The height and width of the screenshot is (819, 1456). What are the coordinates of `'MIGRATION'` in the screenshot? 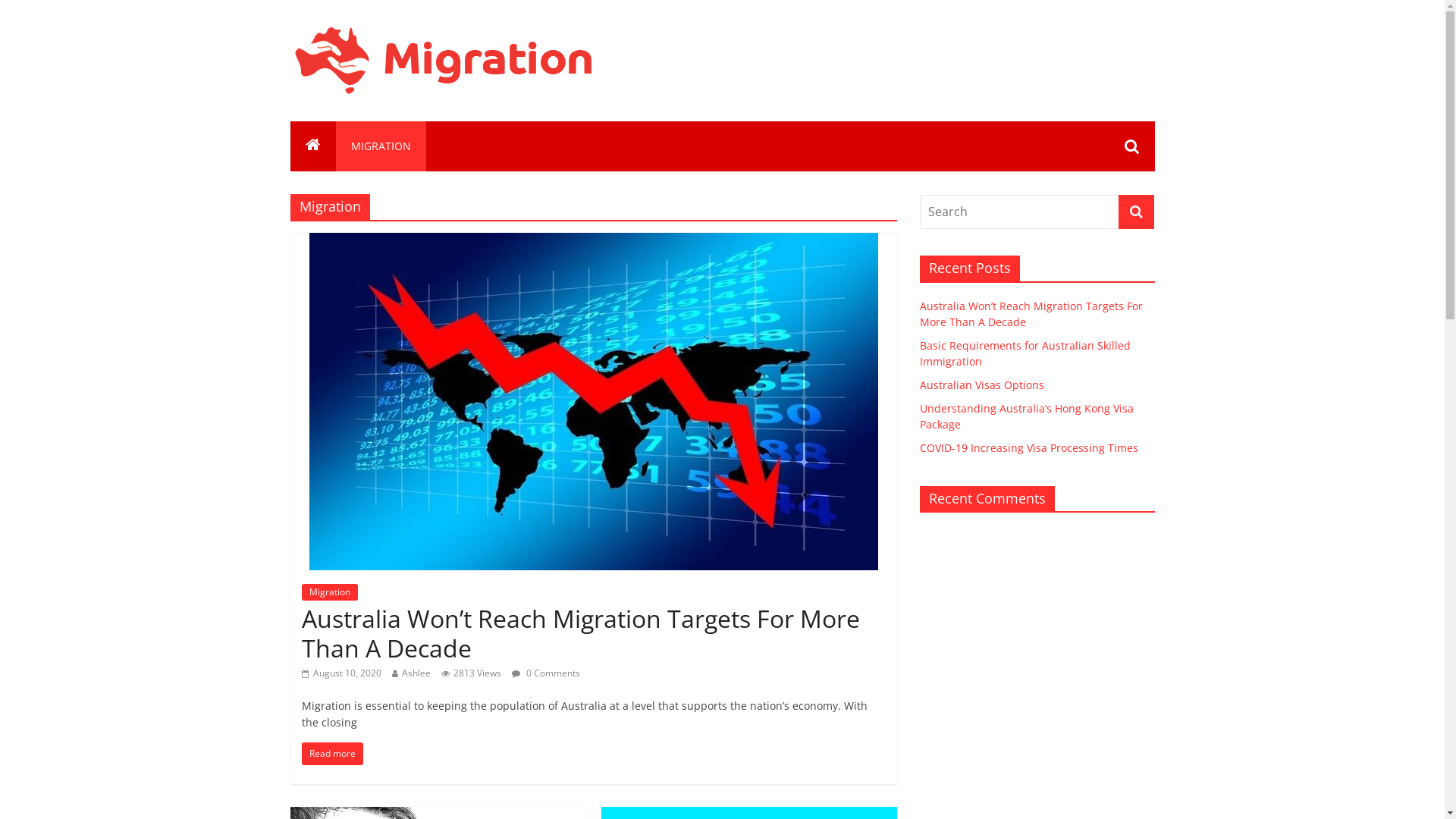 It's located at (380, 146).